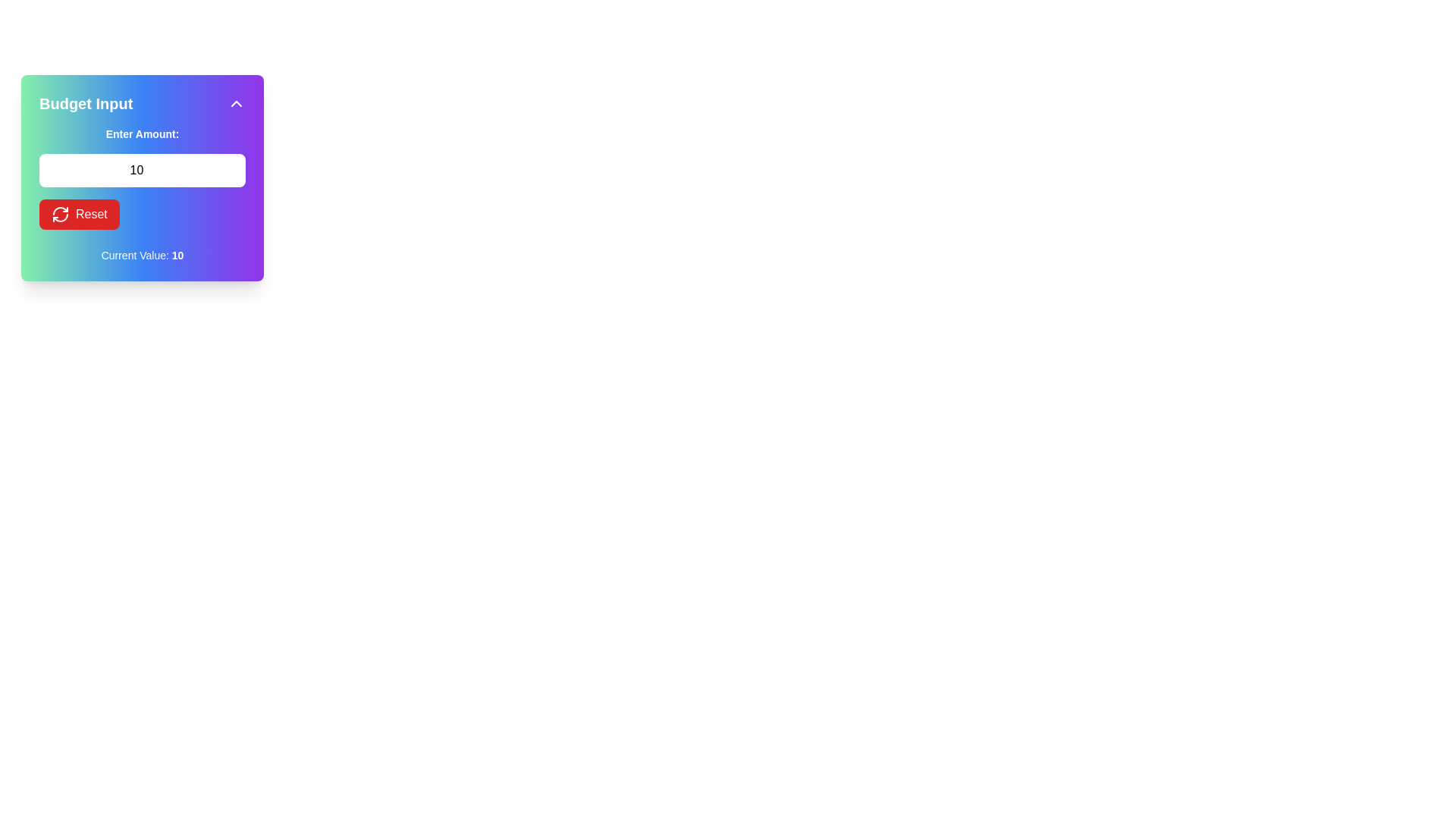 The height and width of the screenshot is (819, 1456). Describe the element at coordinates (142, 177) in the screenshot. I see `the number input field within the 'Budget Input' panel for editing the numeric value` at that location.